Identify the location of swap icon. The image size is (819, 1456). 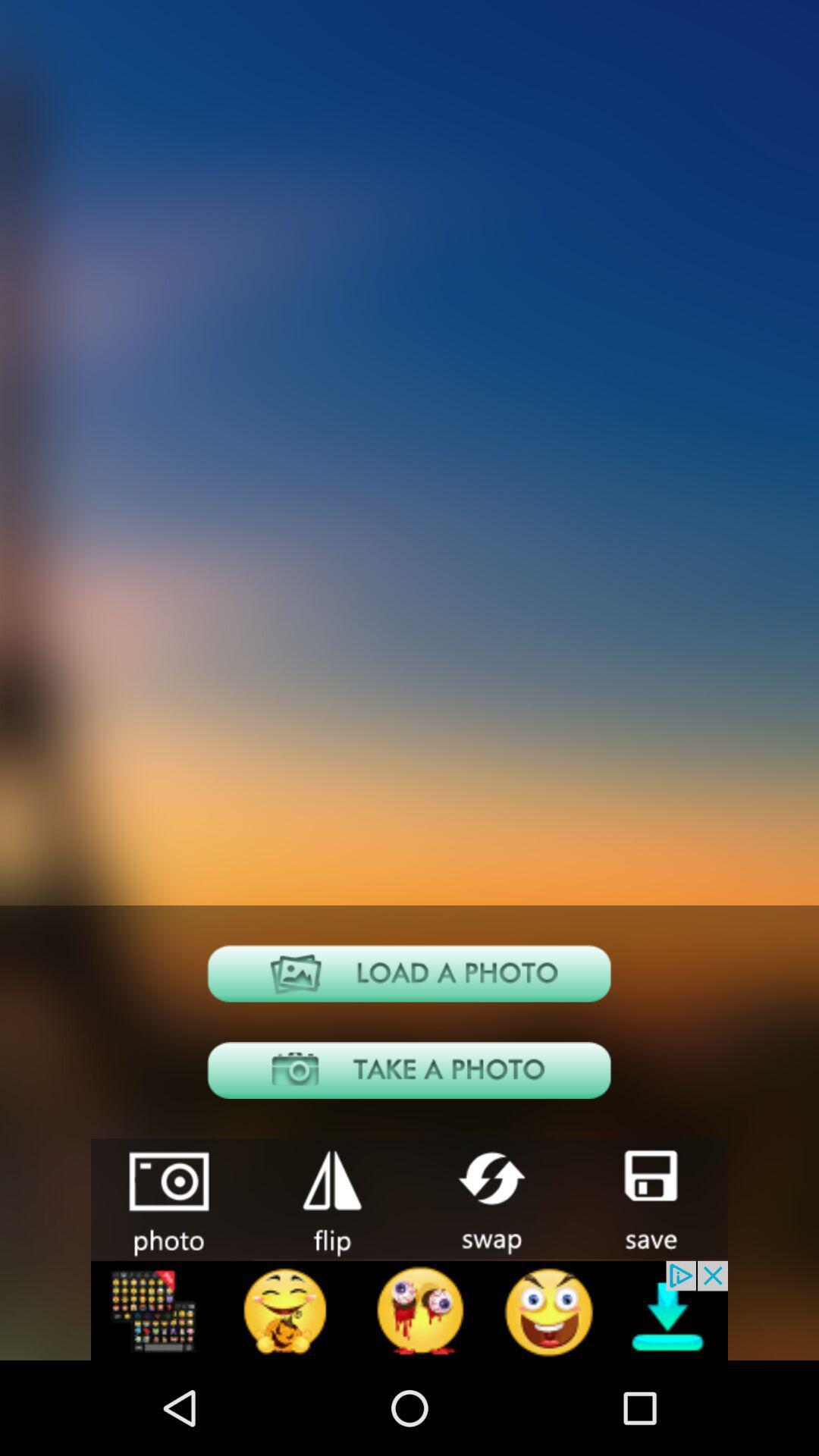
(488, 1197).